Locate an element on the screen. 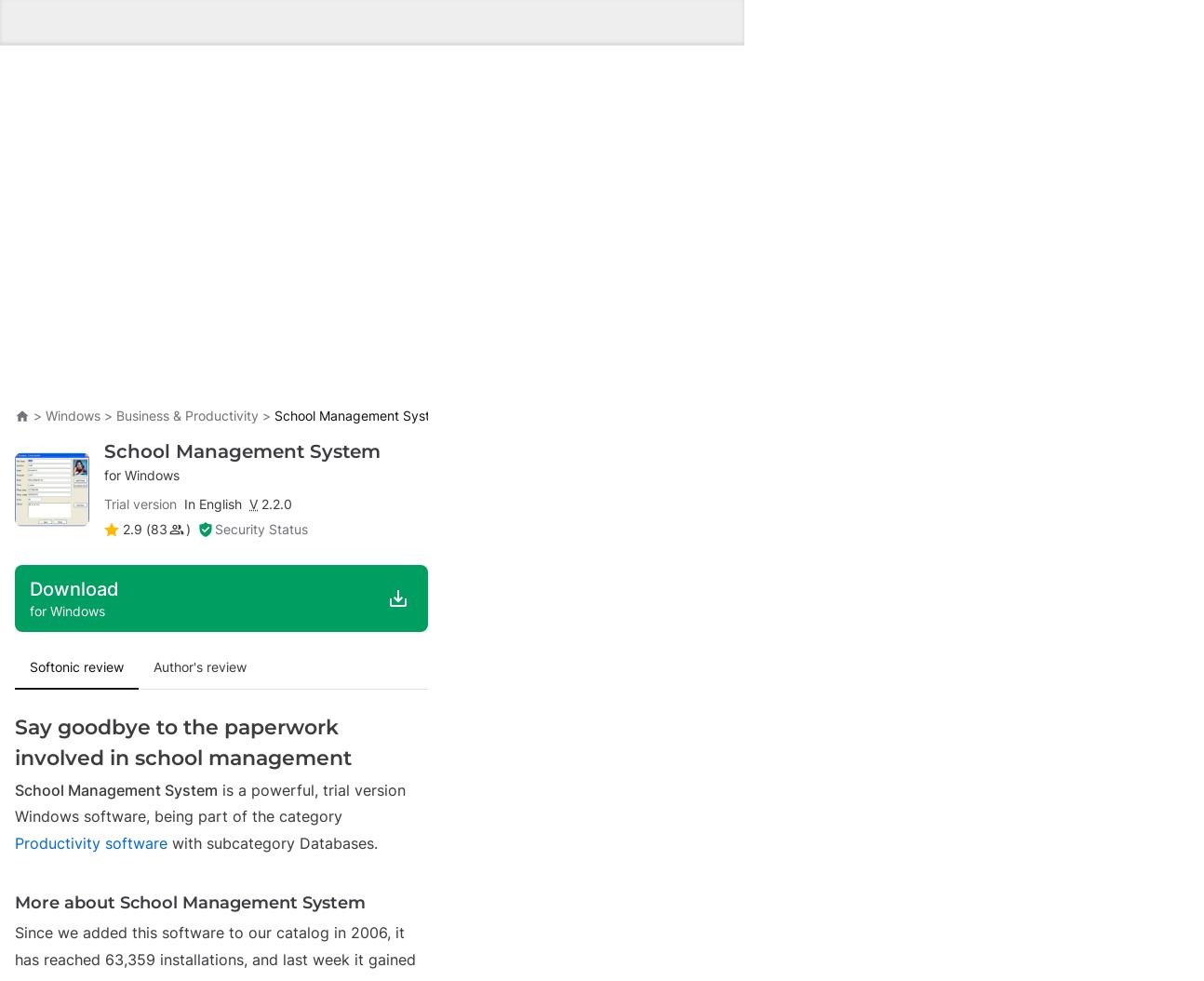 Image resolution: width=1204 pixels, height=981 pixels. 'Breaking News' is located at coordinates (79, 855).